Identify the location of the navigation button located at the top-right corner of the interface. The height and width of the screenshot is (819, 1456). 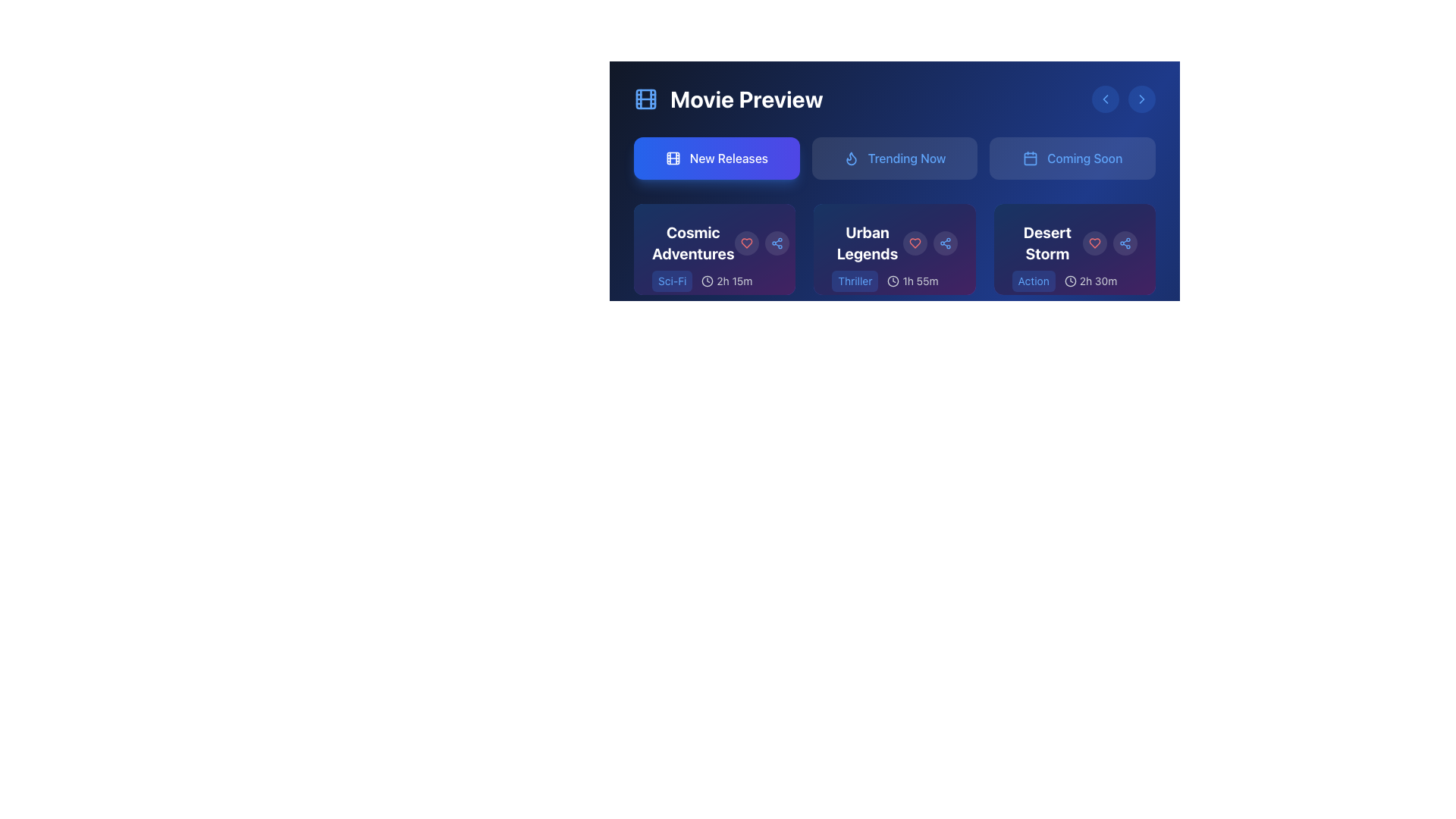
(1142, 99).